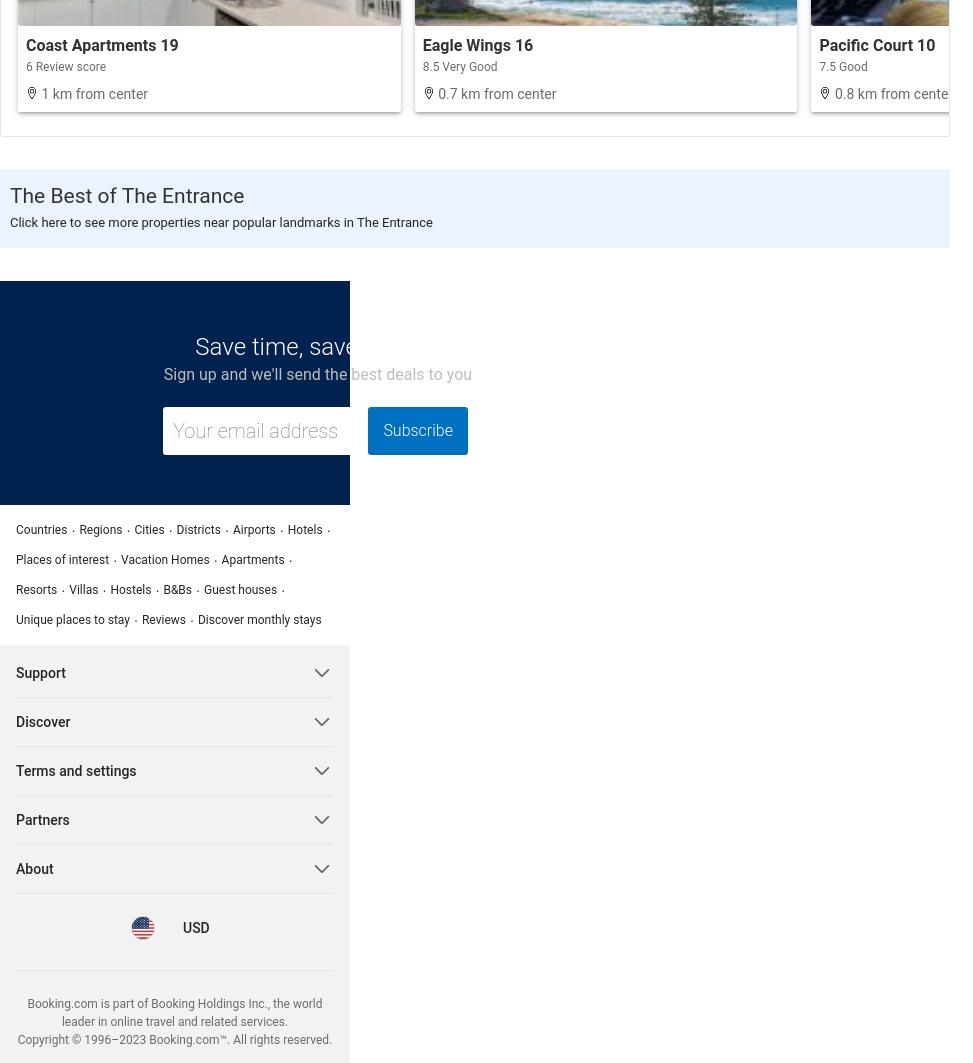 The image size is (973, 1063). I want to click on 'Hotels', so click(304, 530).